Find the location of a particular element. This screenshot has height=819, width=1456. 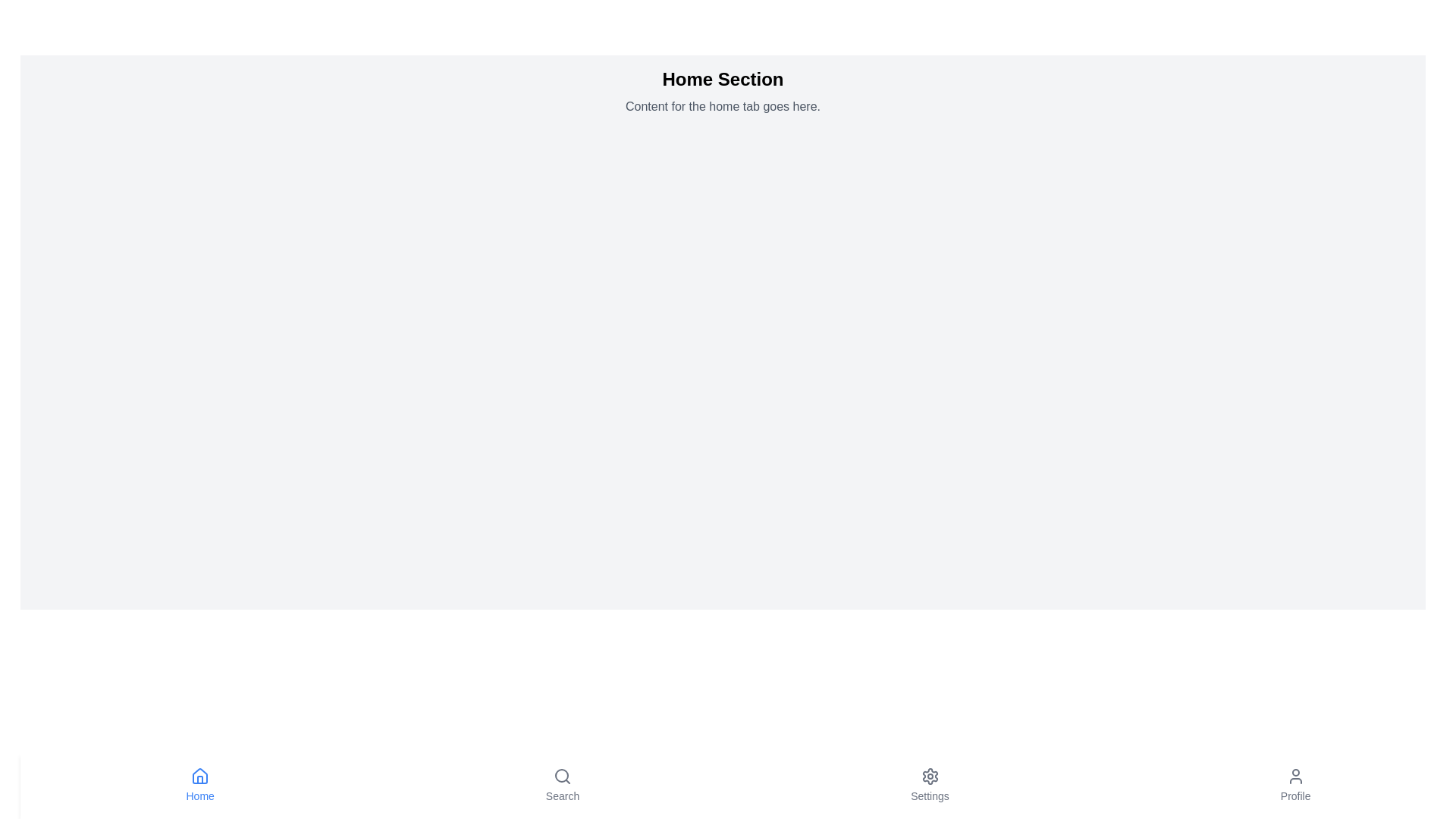

the 'Settings' button with a gear icon located in the bottom navigation bar, which is the third button from the left is located at coordinates (929, 785).